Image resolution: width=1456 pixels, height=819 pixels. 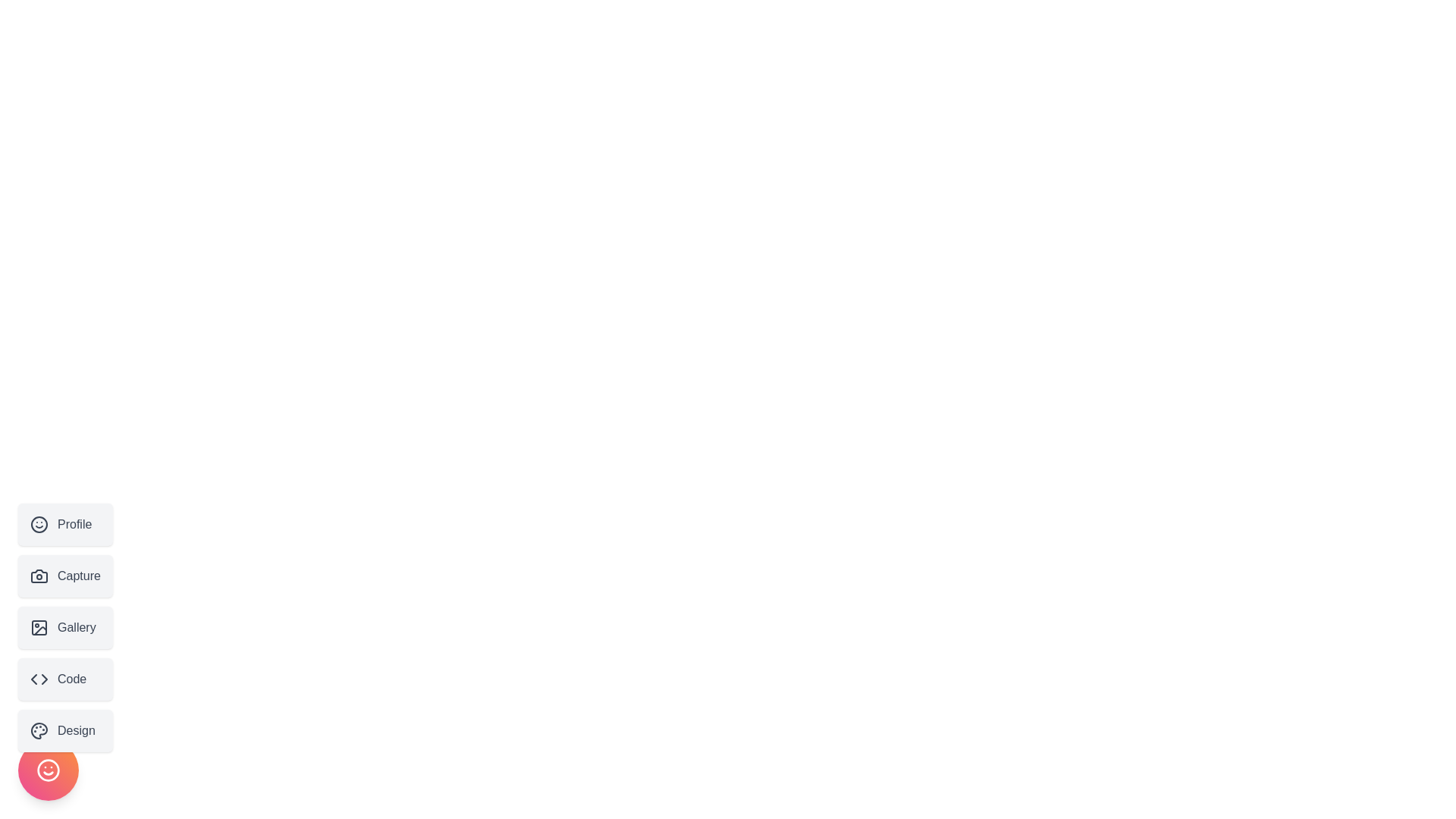 What do you see at coordinates (71, 678) in the screenshot?
I see `the 'Code' text label within the button component, which is the fourth button in a vertical stack located near the left-center of the interface` at bounding box center [71, 678].